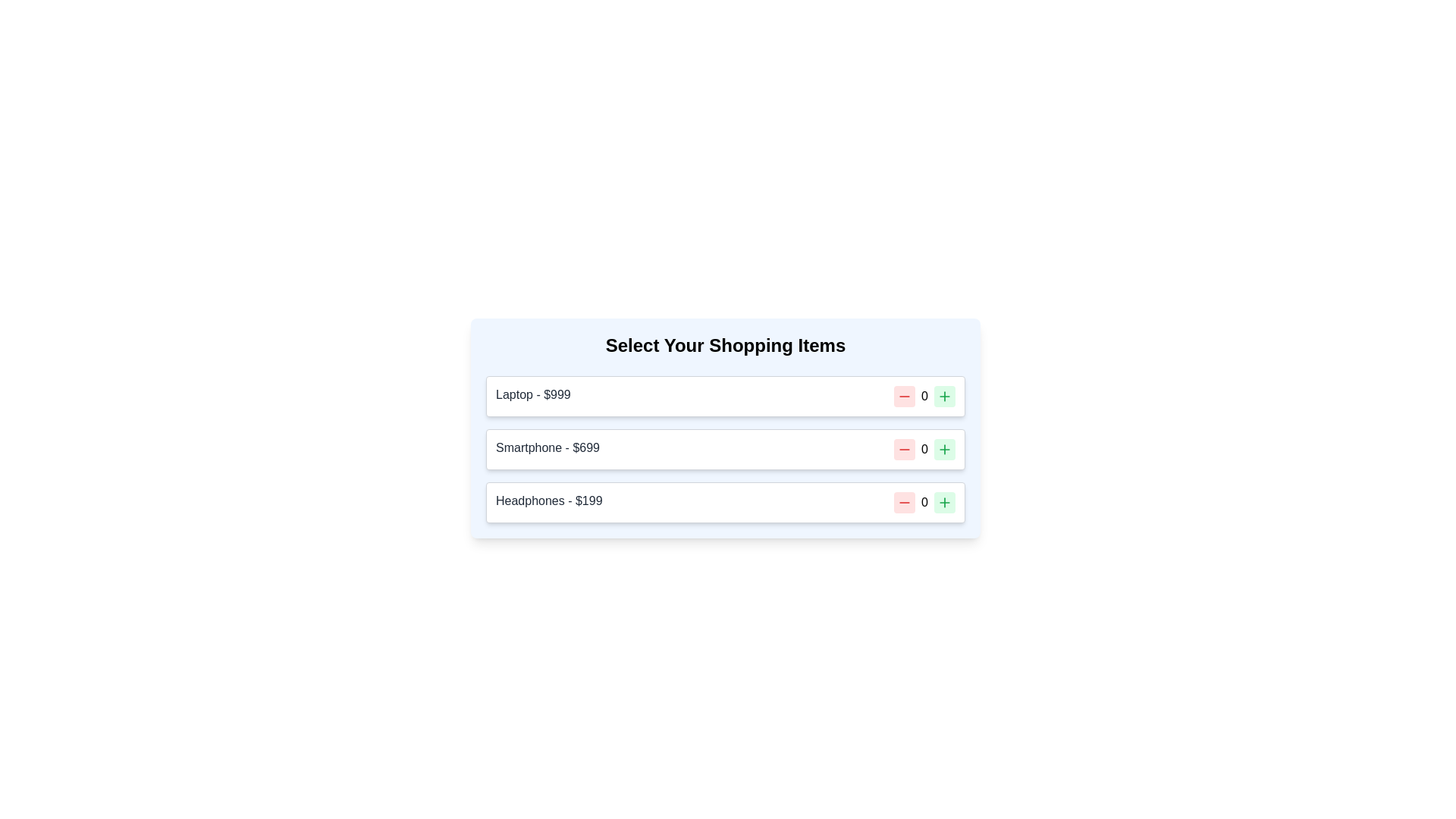  I want to click on the decrement button located to the left of the '0' text in the 'Headphones - $199' line of the shopping list interface, so click(905, 503).